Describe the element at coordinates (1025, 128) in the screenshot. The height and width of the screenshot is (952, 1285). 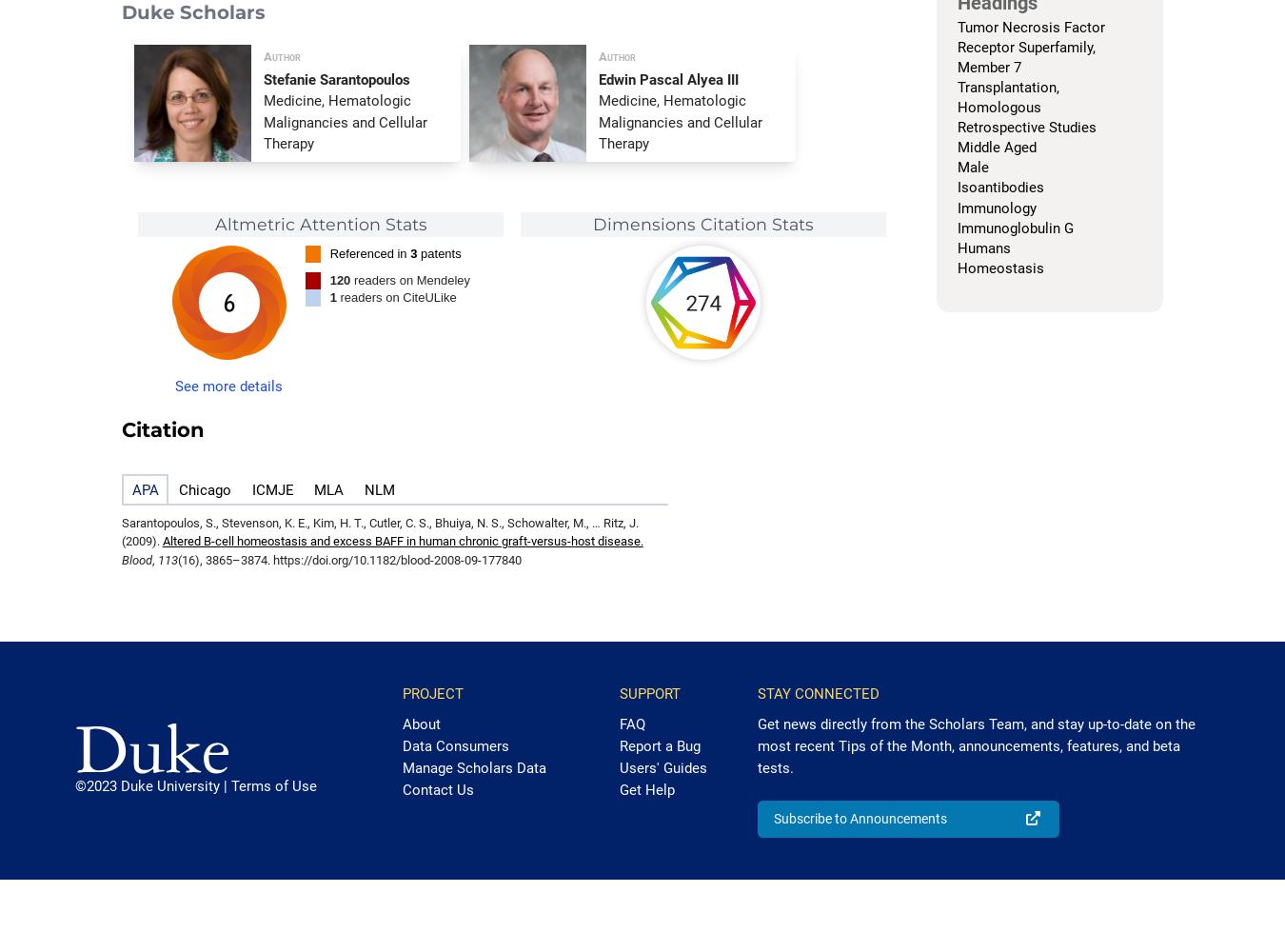
I see `'Retrospective Studies'` at that location.